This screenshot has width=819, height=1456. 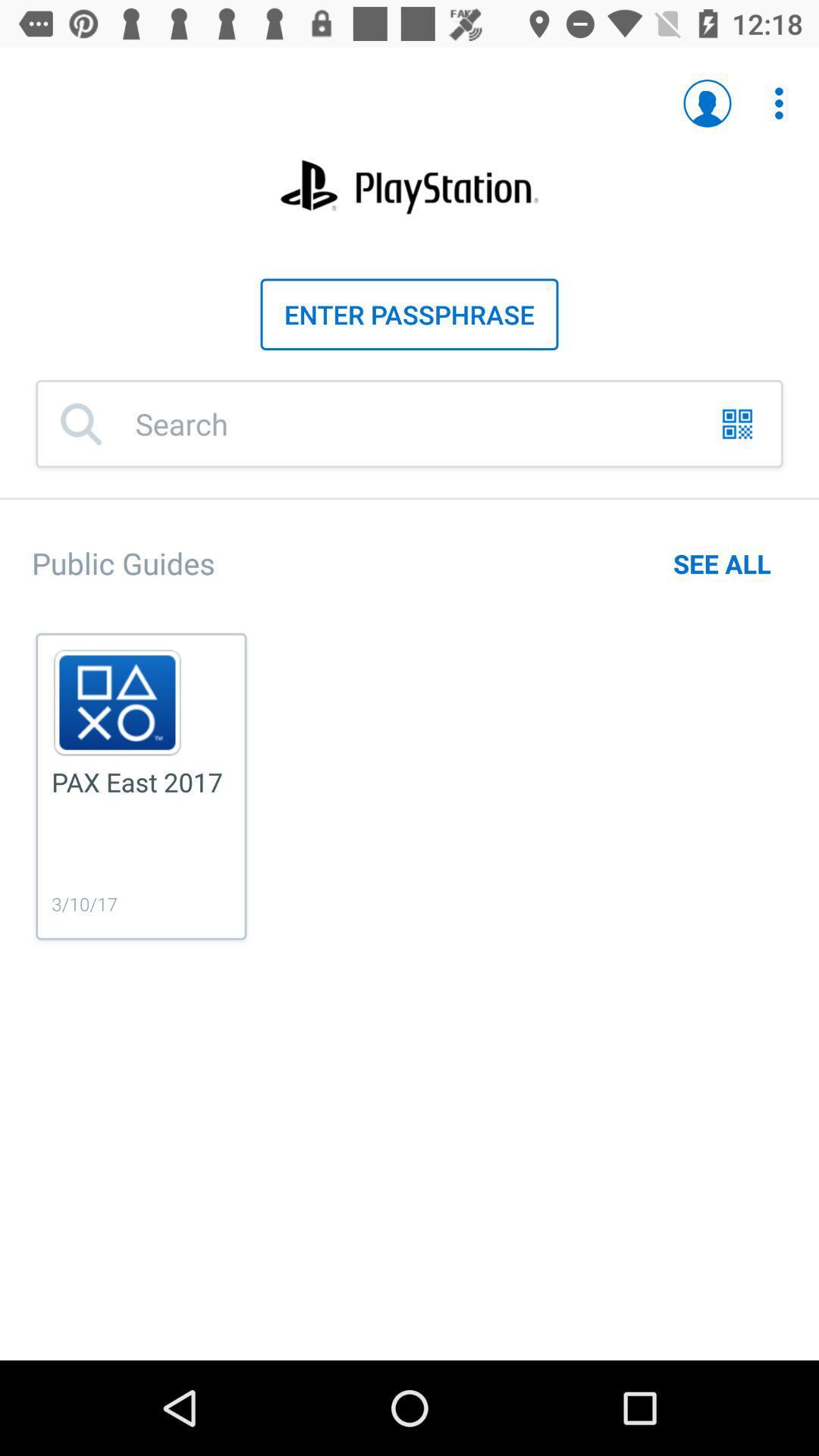 I want to click on the second icon which is at the top right corner, so click(x=770, y=95).